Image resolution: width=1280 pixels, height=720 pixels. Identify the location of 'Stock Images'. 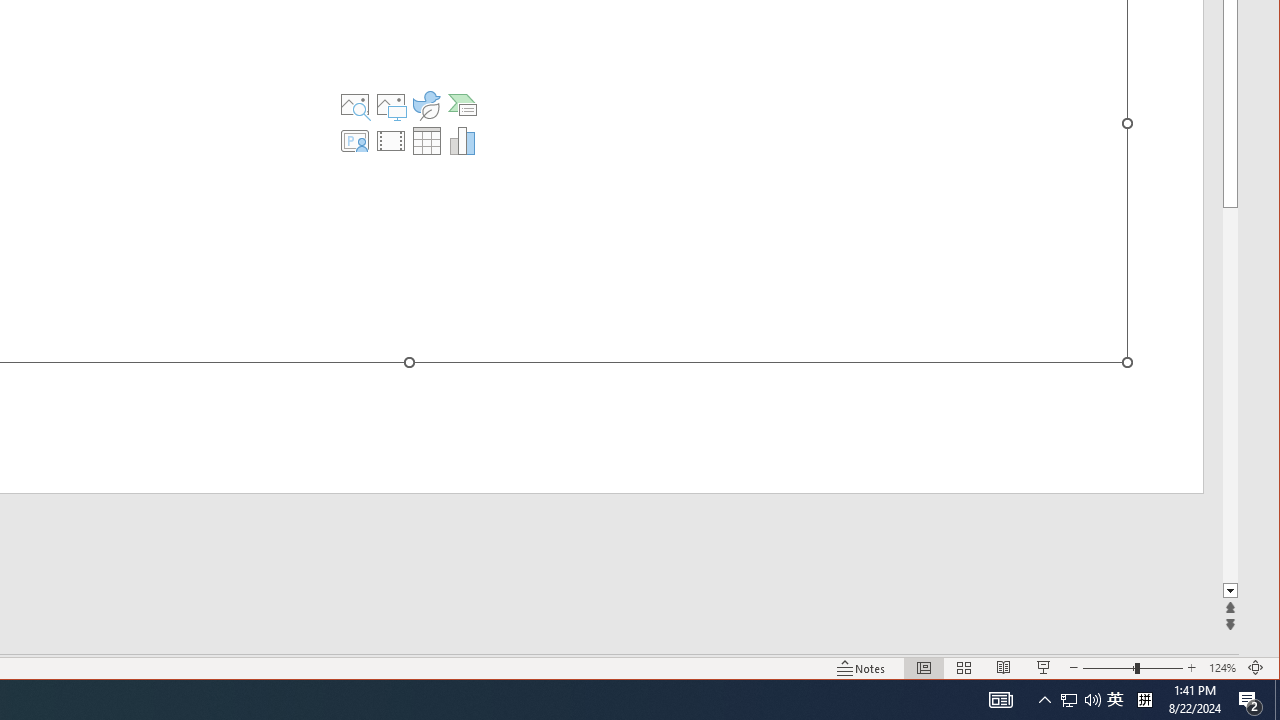
(355, 105).